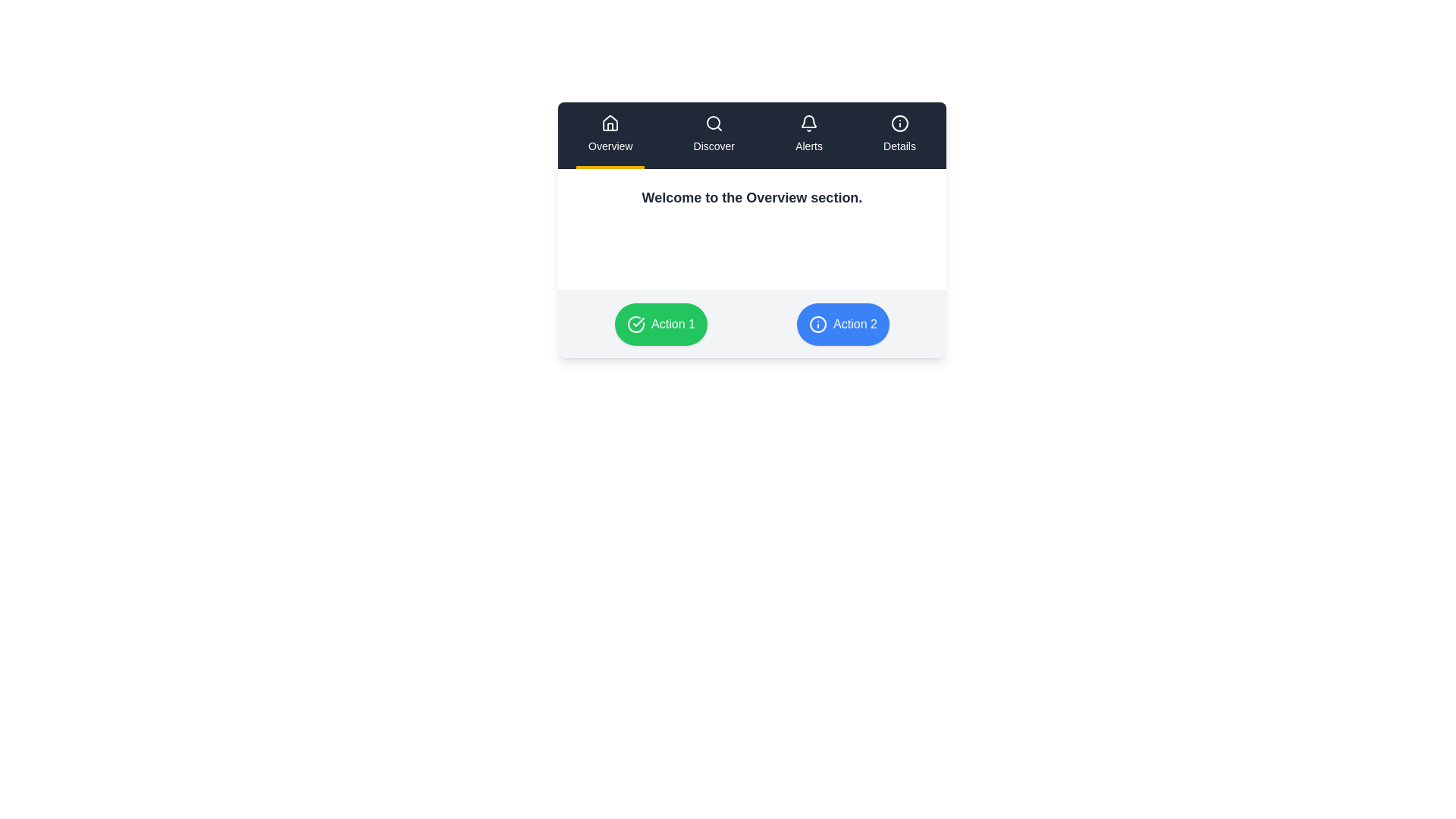  Describe the element at coordinates (808, 134) in the screenshot. I see `the 'Alerts' button, which features a bell icon on top and is positioned between 'Discover' and 'Details' in the navigation menu` at that location.